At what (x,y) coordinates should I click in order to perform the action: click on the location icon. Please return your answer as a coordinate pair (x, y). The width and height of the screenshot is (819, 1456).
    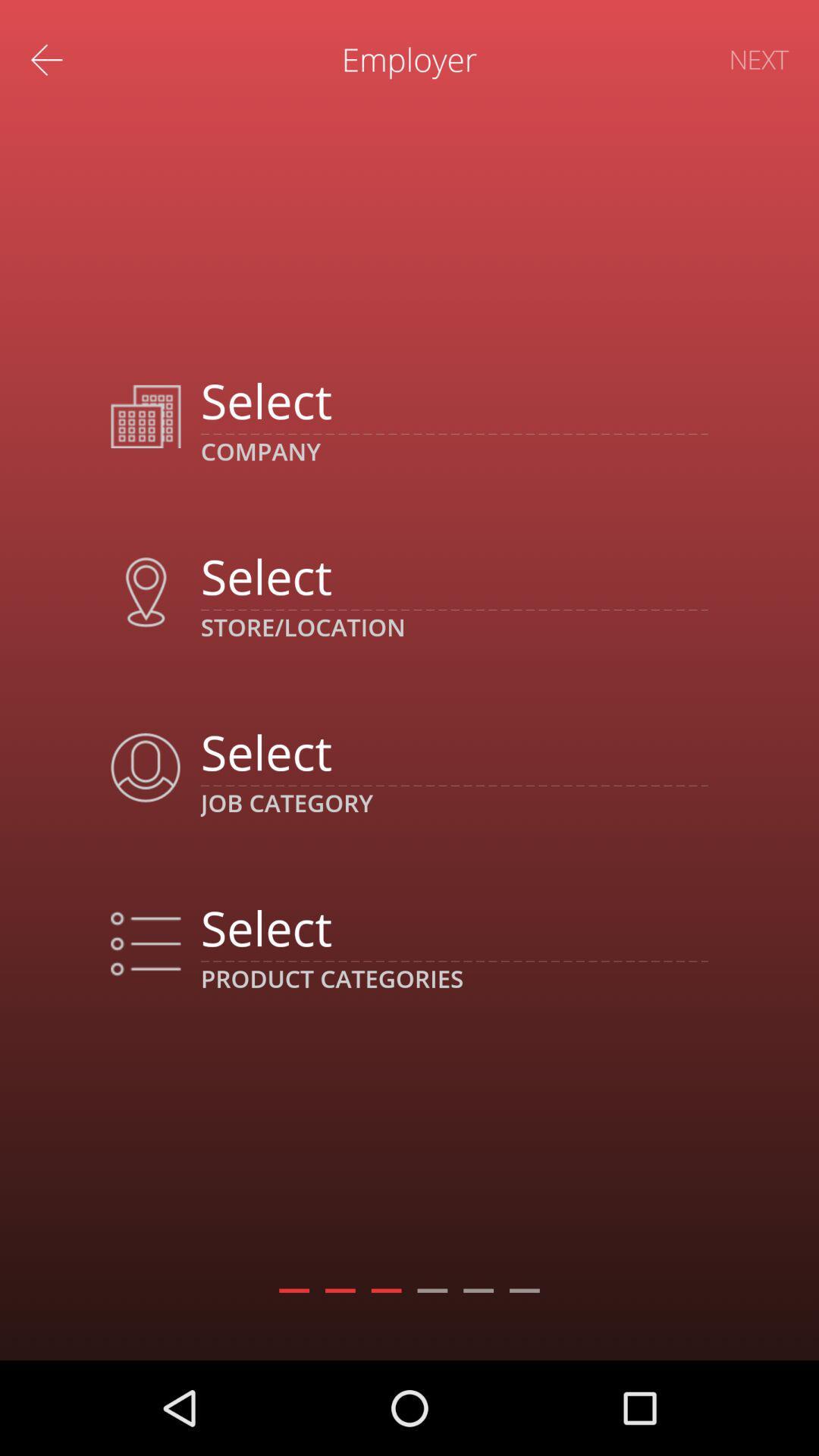
    Looking at the image, I should click on (146, 591).